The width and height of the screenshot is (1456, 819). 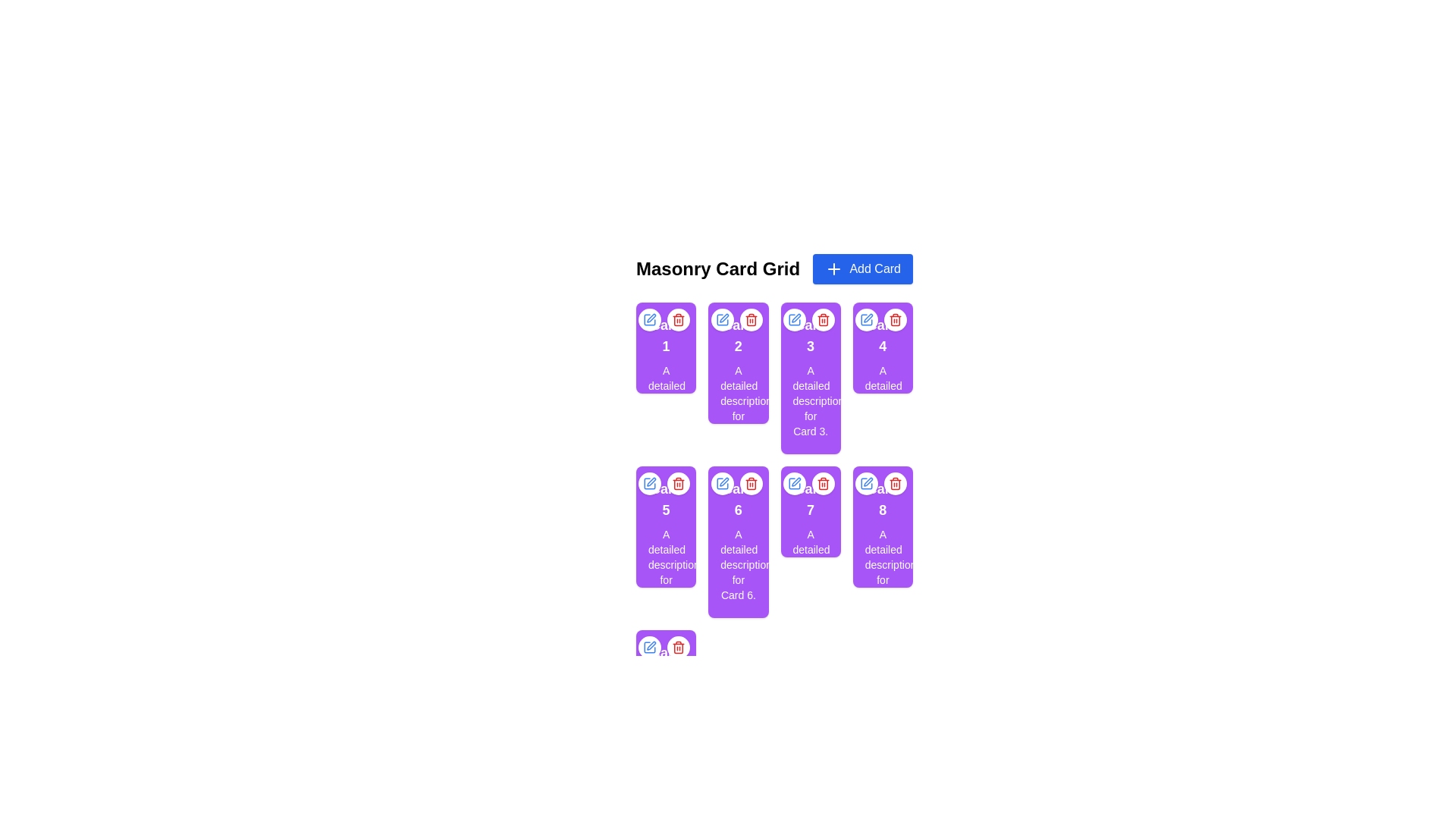 What do you see at coordinates (810, 512) in the screenshot?
I see `the delete button of 'Card 7' located in the third column and second row of the masonry card grid` at bounding box center [810, 512].